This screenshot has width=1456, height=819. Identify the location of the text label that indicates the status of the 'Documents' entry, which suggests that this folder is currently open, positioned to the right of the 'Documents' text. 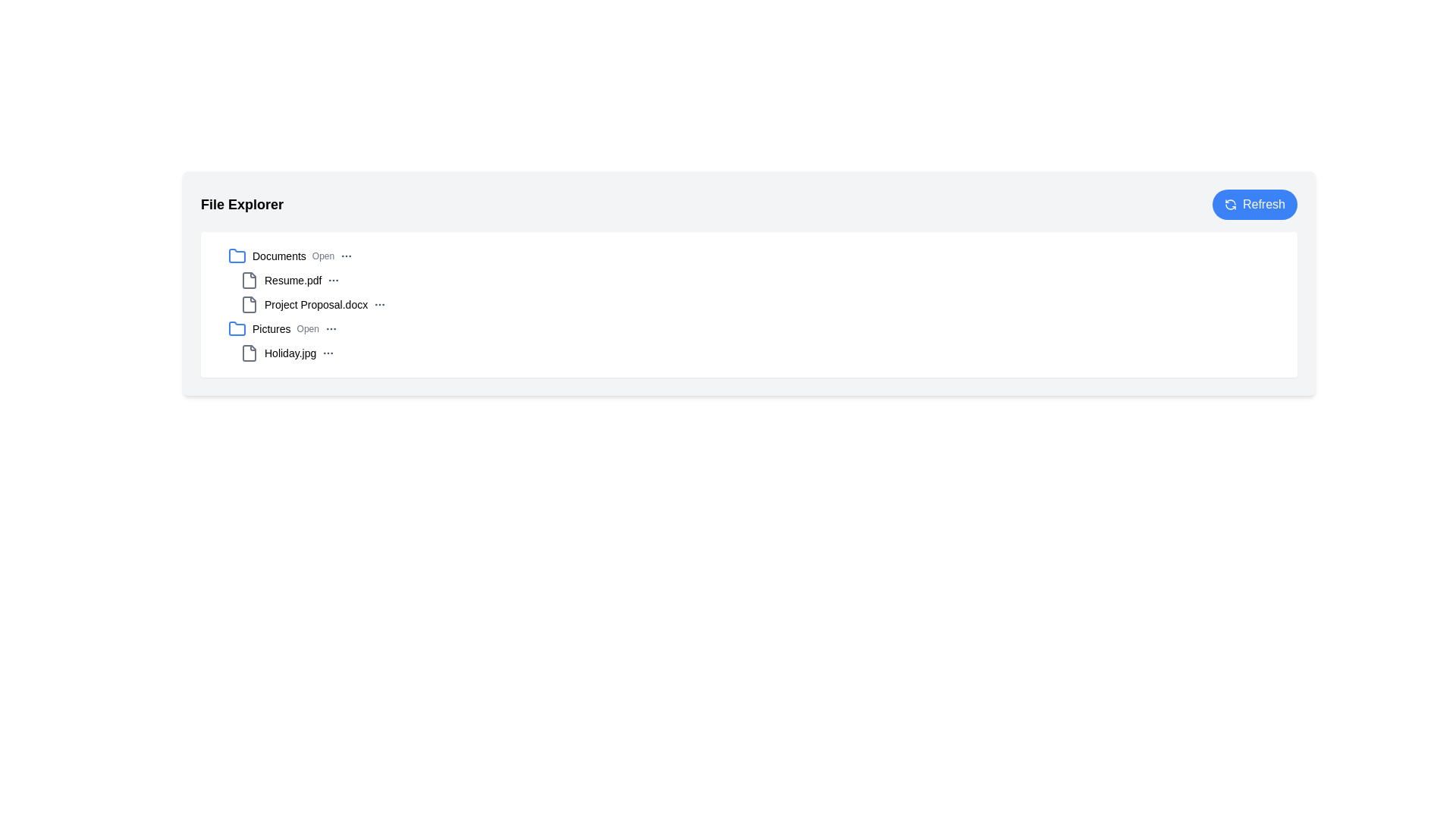
(322, 256).